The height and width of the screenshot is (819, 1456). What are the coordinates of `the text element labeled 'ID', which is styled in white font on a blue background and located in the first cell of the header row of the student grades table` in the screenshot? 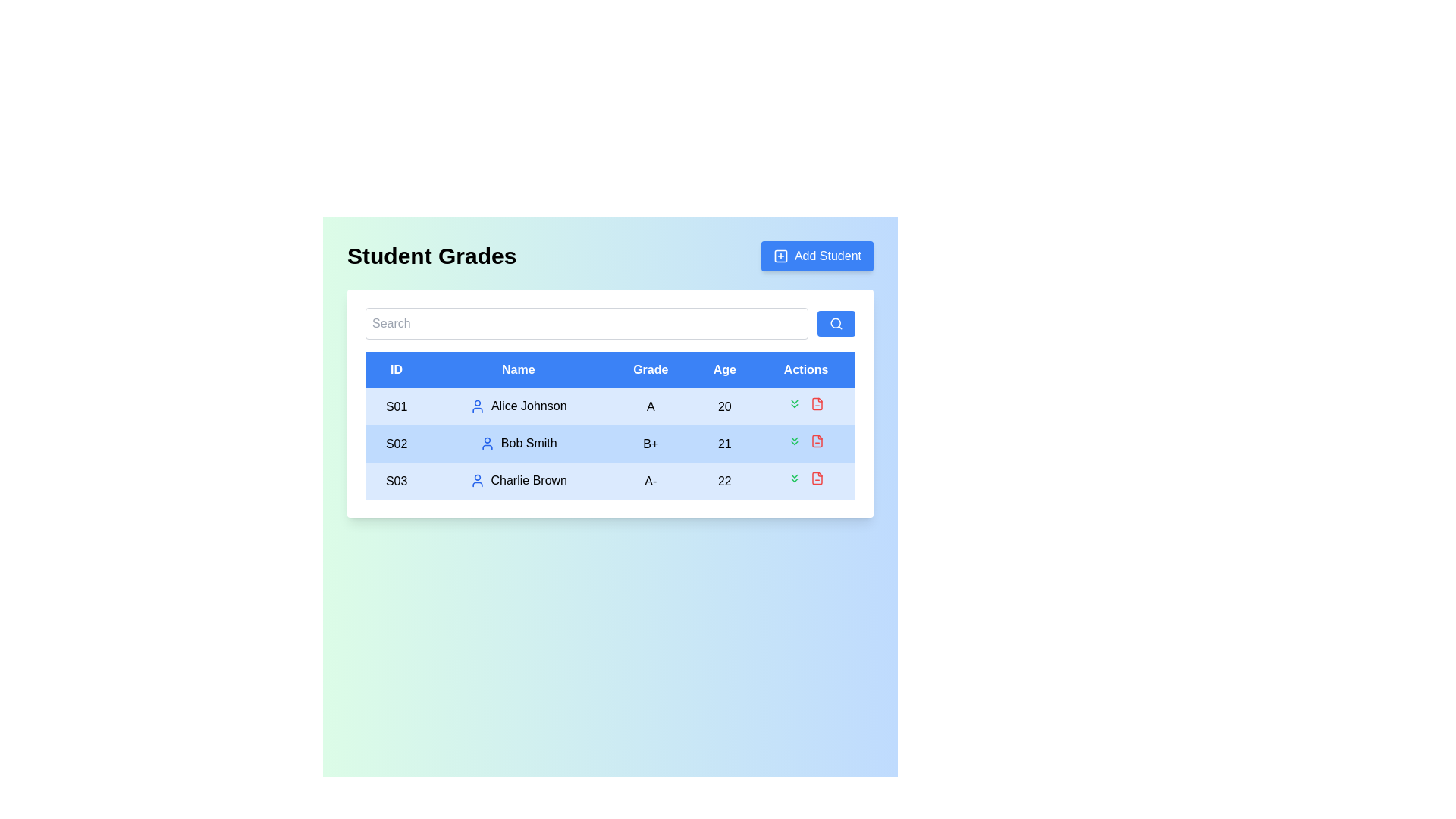 It's located at (397, 370).